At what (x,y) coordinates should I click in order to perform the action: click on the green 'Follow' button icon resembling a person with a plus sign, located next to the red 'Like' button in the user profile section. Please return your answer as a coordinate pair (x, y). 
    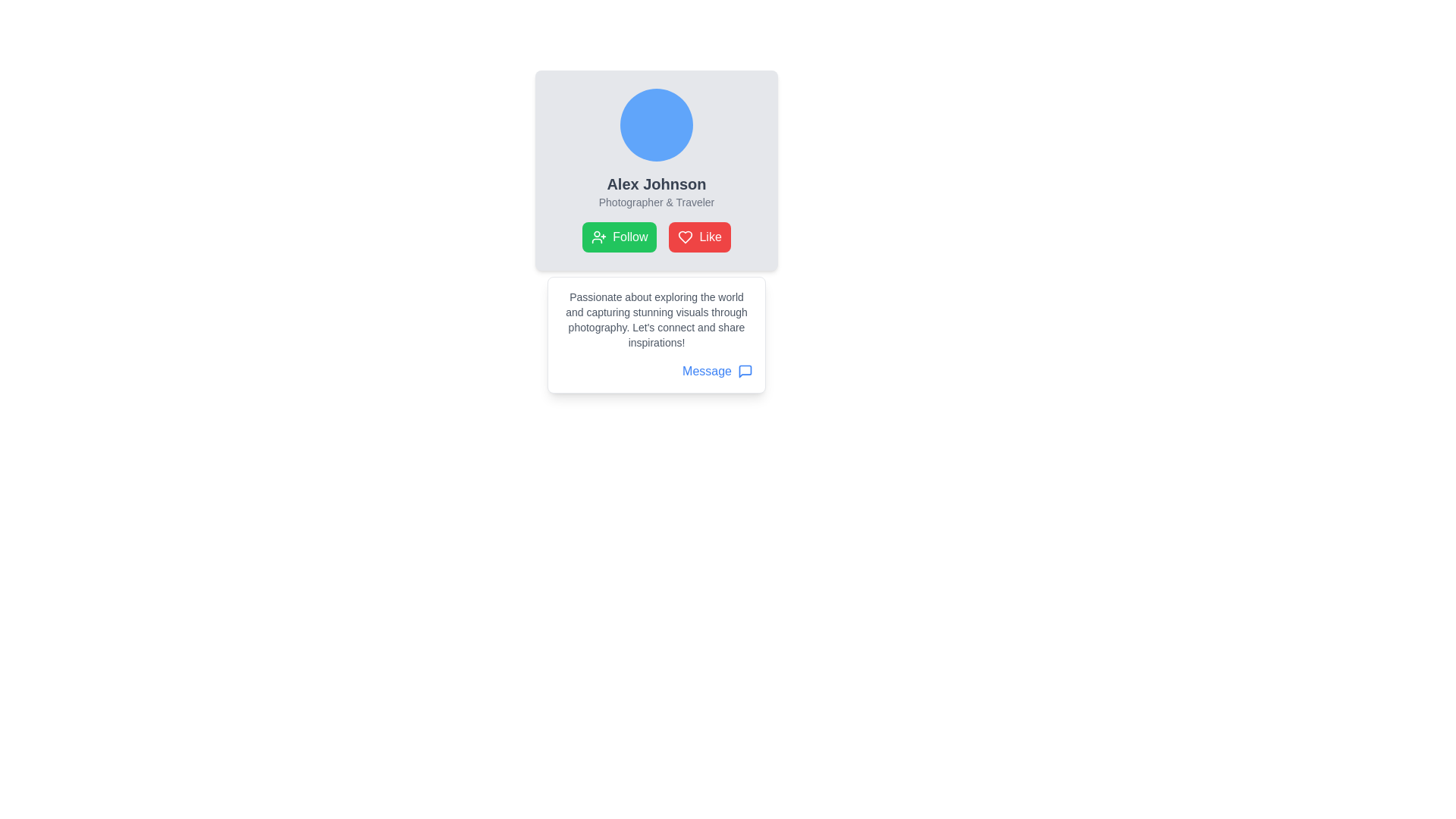
    Looking at the image, I should click on (598, 237).